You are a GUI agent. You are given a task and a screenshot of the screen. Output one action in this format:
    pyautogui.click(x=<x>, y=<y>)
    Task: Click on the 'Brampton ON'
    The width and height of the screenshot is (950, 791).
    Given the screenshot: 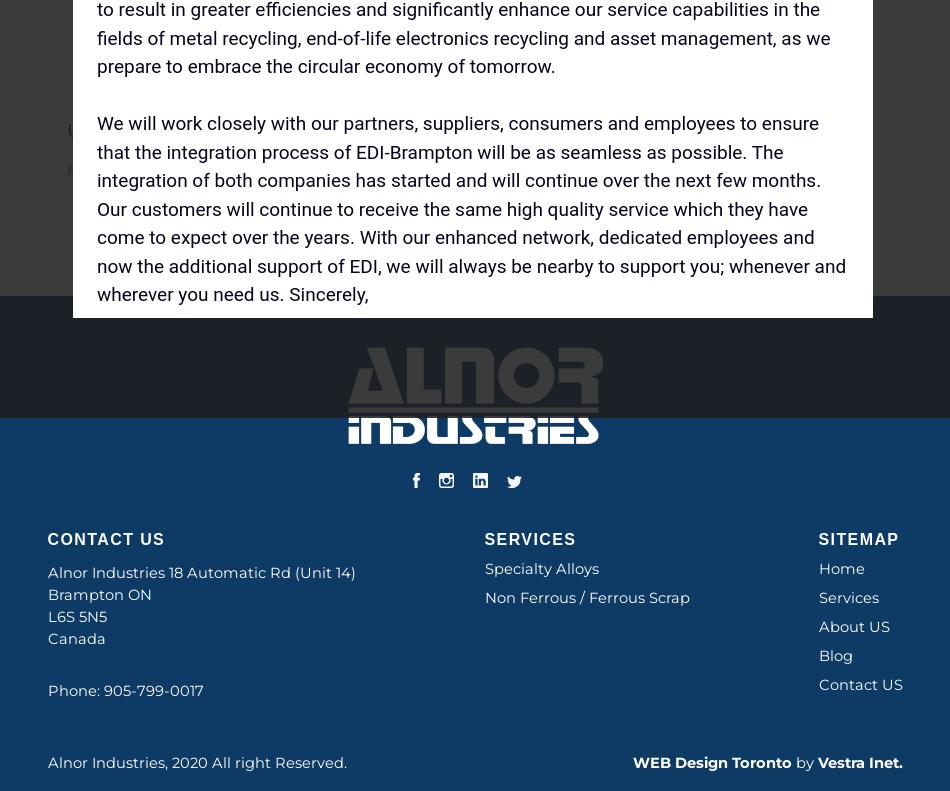 What is the action you would take?
    pyautogui.click(x=98, y=593)
    